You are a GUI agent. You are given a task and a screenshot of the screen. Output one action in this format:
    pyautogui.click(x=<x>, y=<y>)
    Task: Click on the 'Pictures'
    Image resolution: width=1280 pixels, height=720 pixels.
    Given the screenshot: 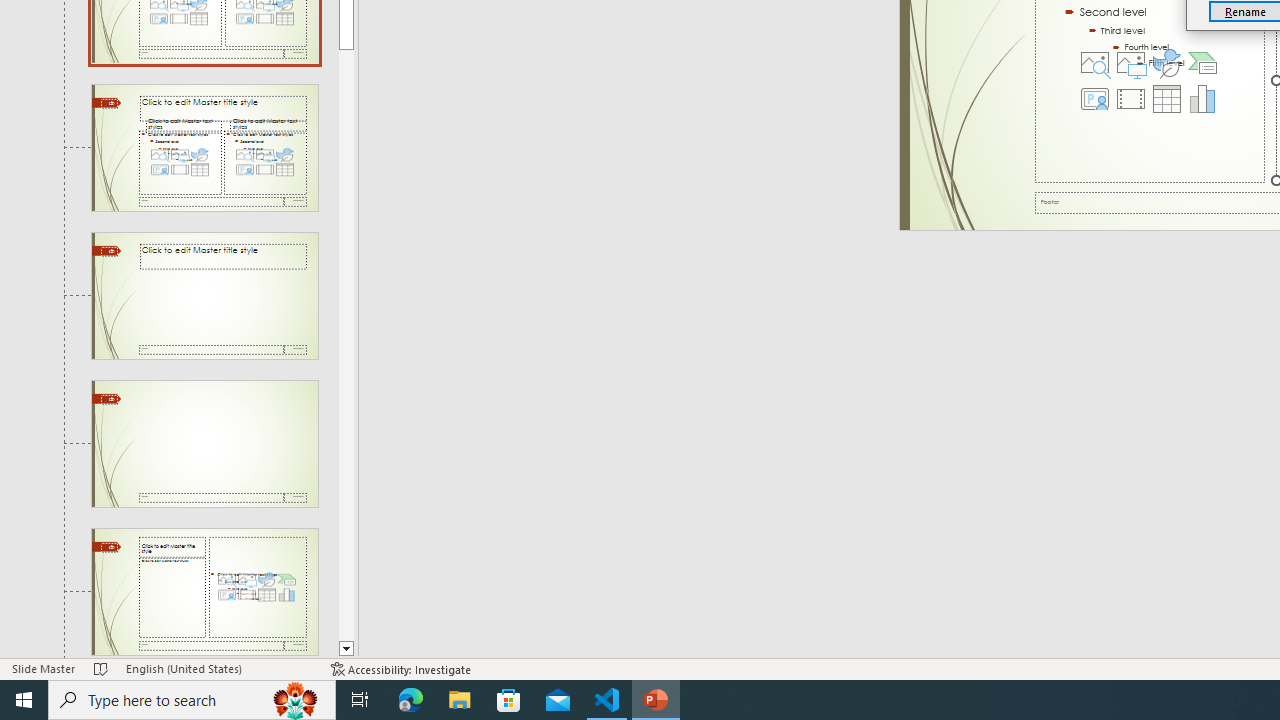 What is the action you would take?
    pyautogui.click(x=1130, y=61)
    